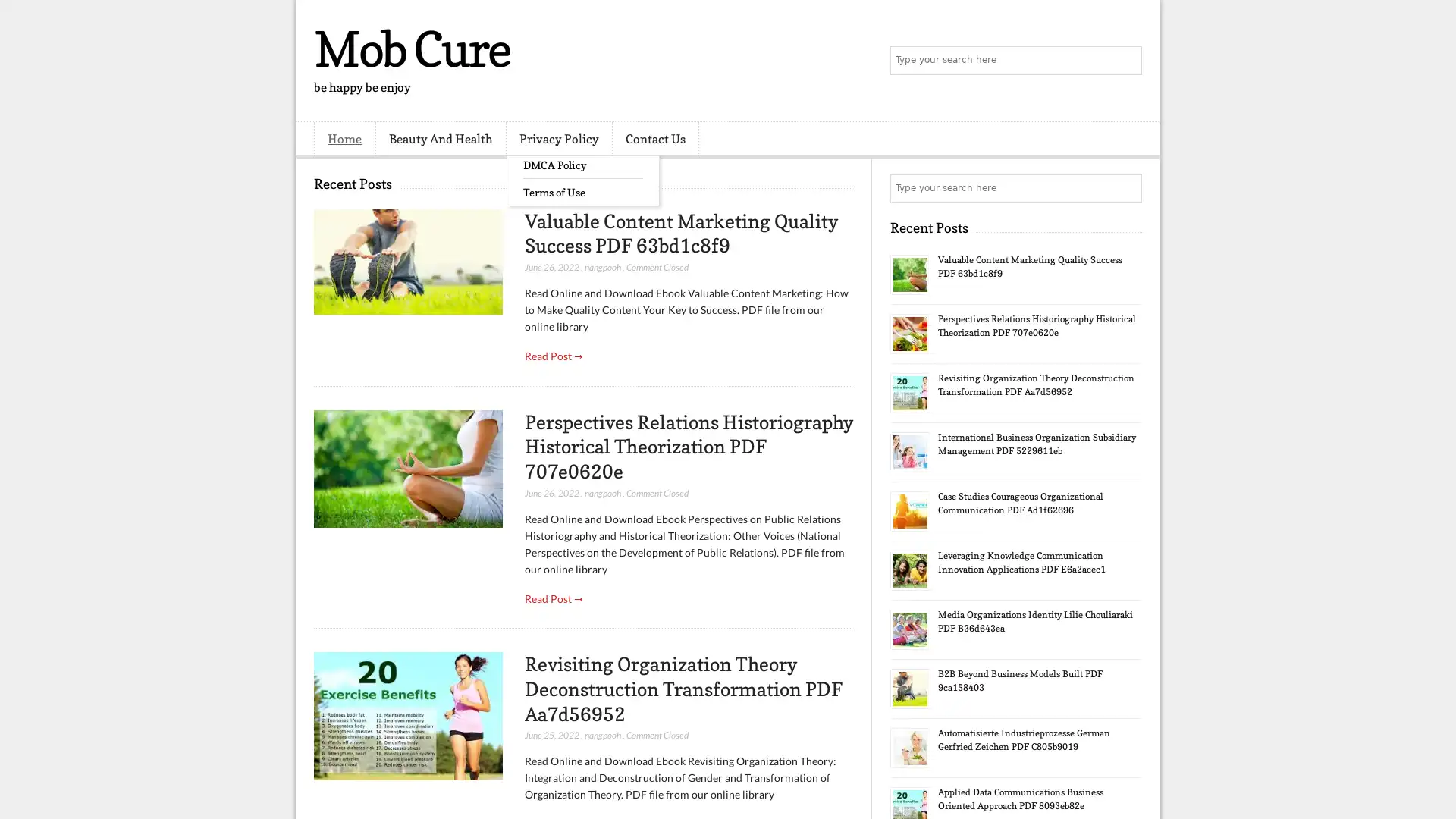  Describe the element at coordinates (1126, 188) in the screenshot. I see `Search` at that location.